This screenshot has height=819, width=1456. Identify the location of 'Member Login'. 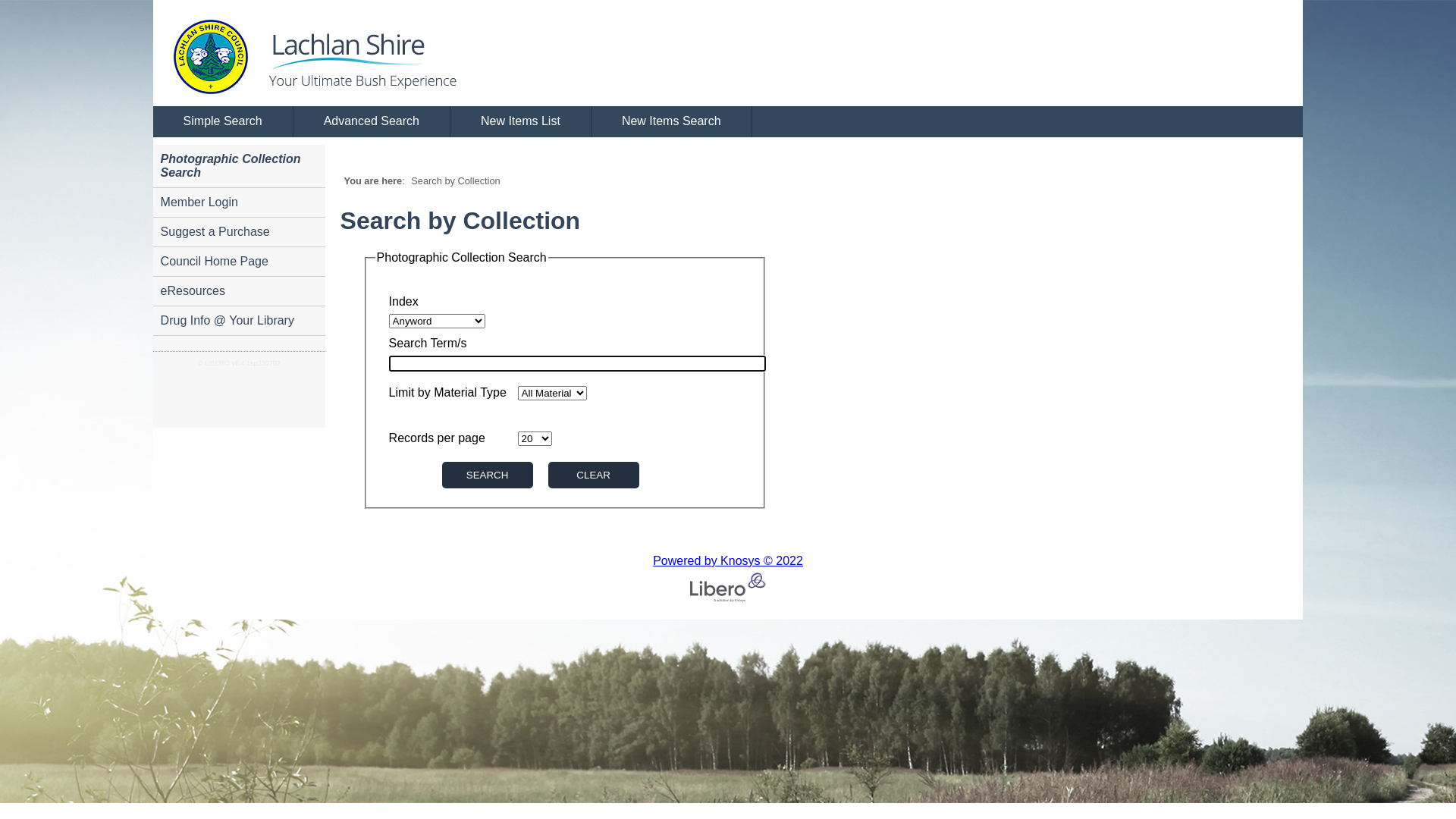
(238, 202).